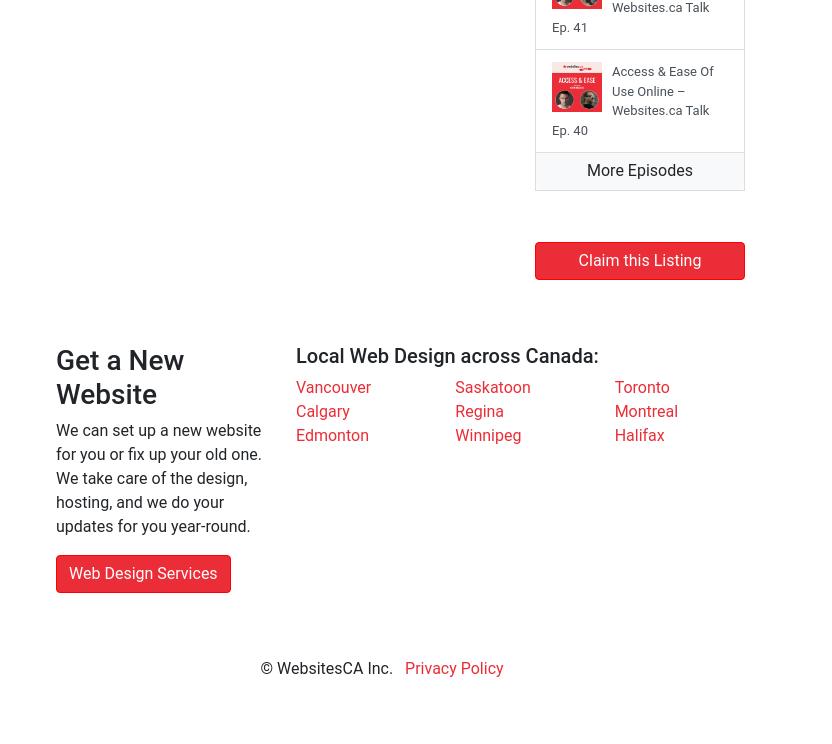  What do you see at coordinates (294, 435) in the screenshot?
I see `'Edmonton'` at bounding box center [294, 435].